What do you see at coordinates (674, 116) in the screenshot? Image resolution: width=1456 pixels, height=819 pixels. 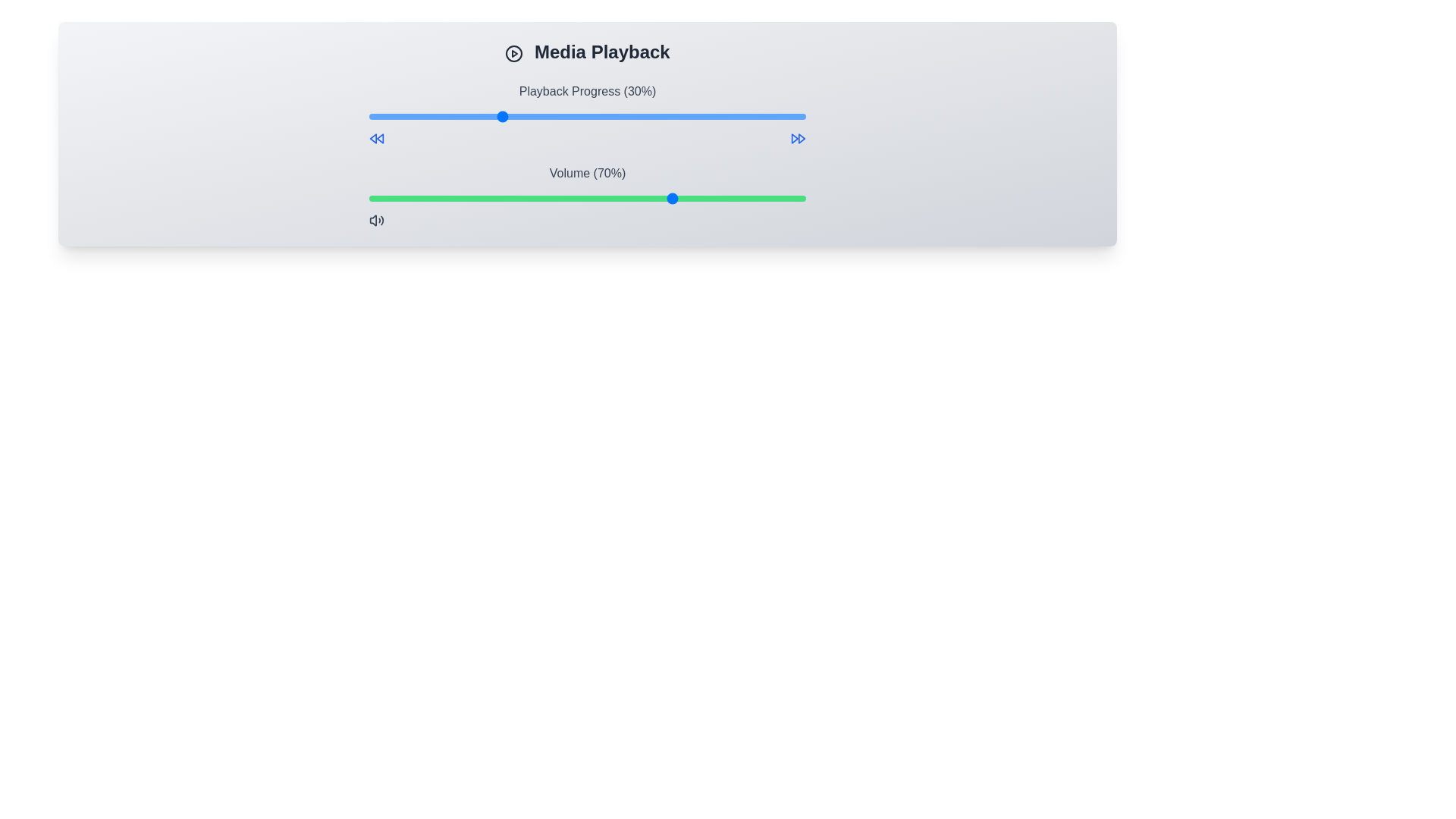 I see `the playback progress to 70% by moving the slider` at bounding box center [674, 116].